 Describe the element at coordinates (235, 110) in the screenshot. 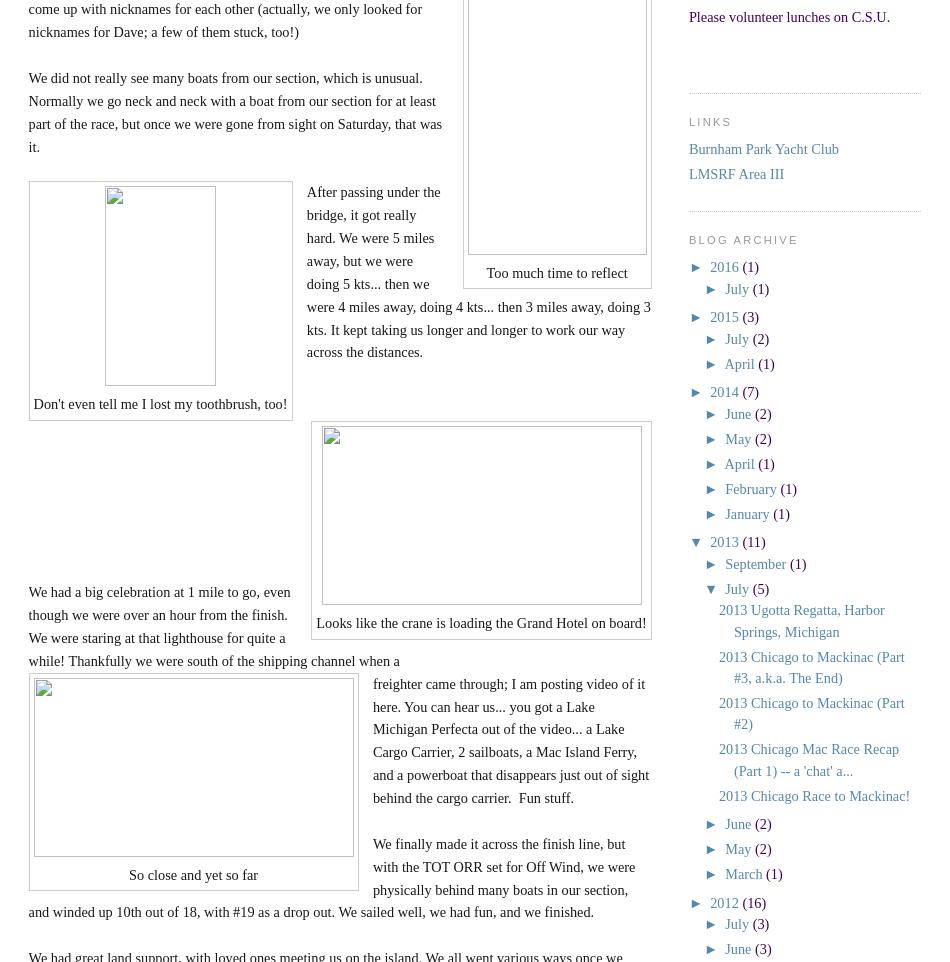

I see `'We did not really see many boats from our section, which is unusual. Normally we go neck and neck with a boat from our section for at least part of the race, but once we were gone from sight on Saturday, that was it.'` at that location.